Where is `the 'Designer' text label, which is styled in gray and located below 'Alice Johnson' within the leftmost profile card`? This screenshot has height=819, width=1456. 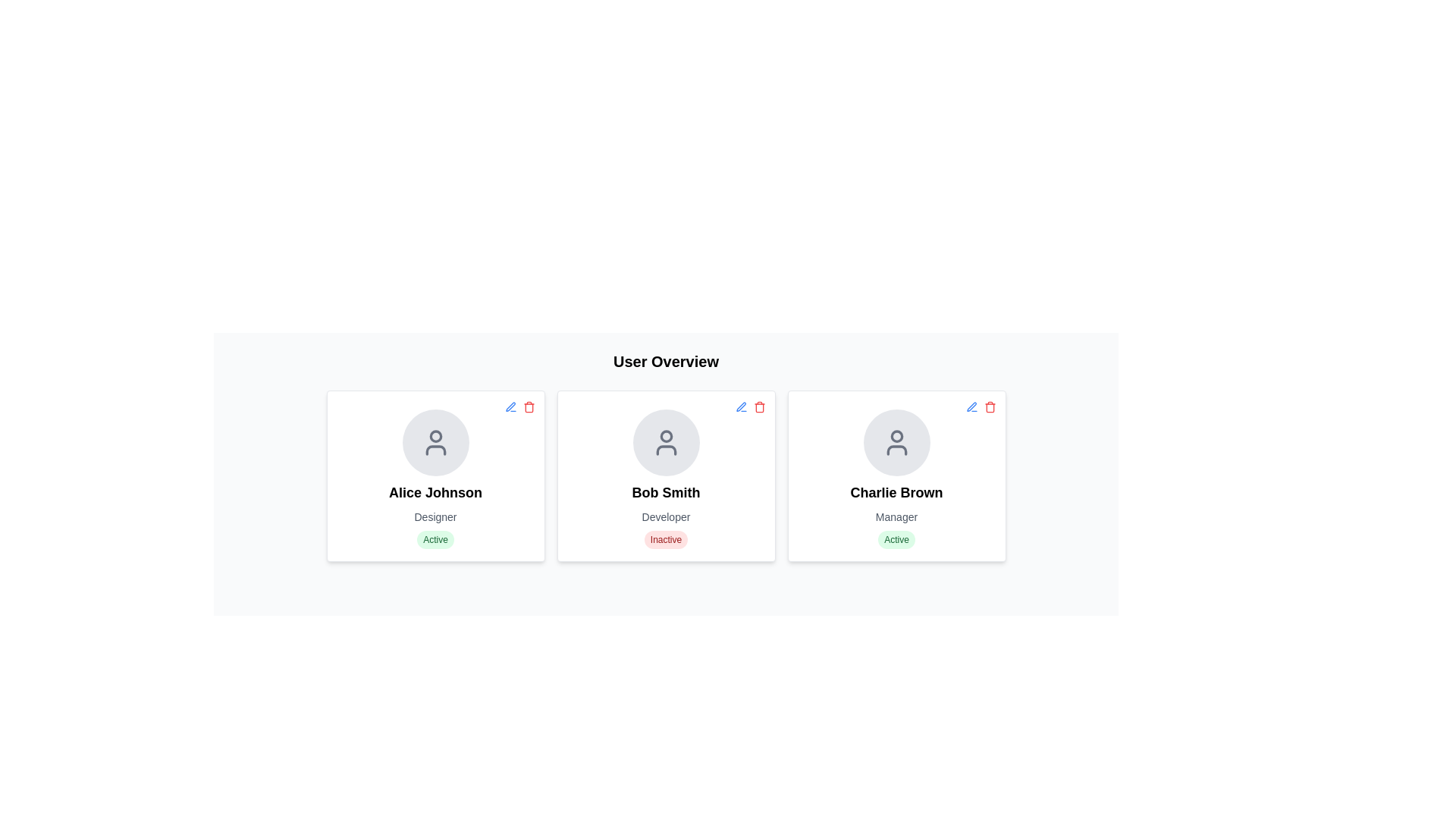 the 'Designer' text label, which is styled in gray and located below 'Alice Johnson' within the leftmost profile card is located at coordinates (435, 516).